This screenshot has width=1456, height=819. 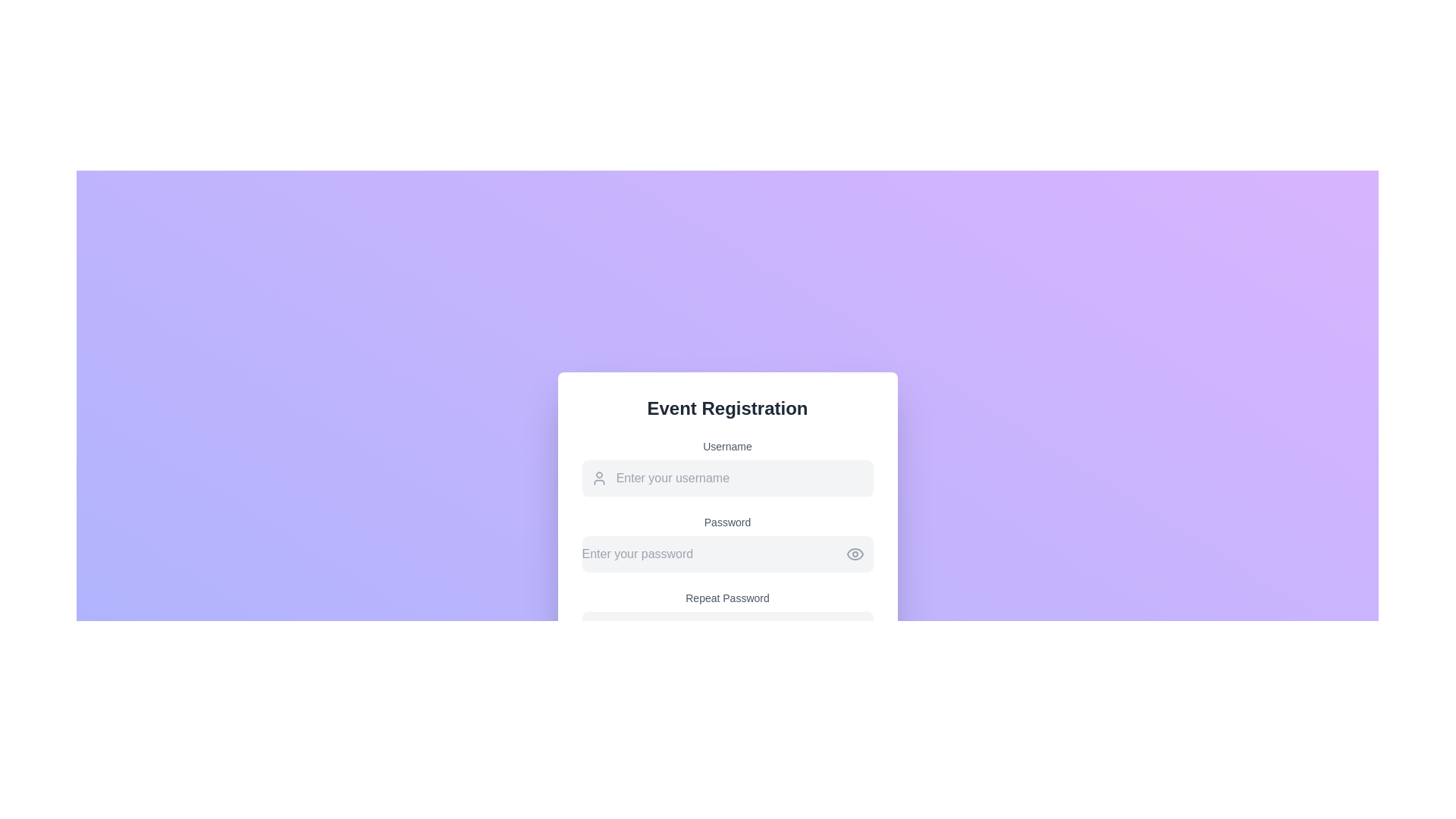 What do you see at coordinates (726, 446) in the screenshot?
I see `the 'Username' text label, which is styled in gray and positioned above the input field for entering a username in the event registration form` at bounding box center [726, 446].